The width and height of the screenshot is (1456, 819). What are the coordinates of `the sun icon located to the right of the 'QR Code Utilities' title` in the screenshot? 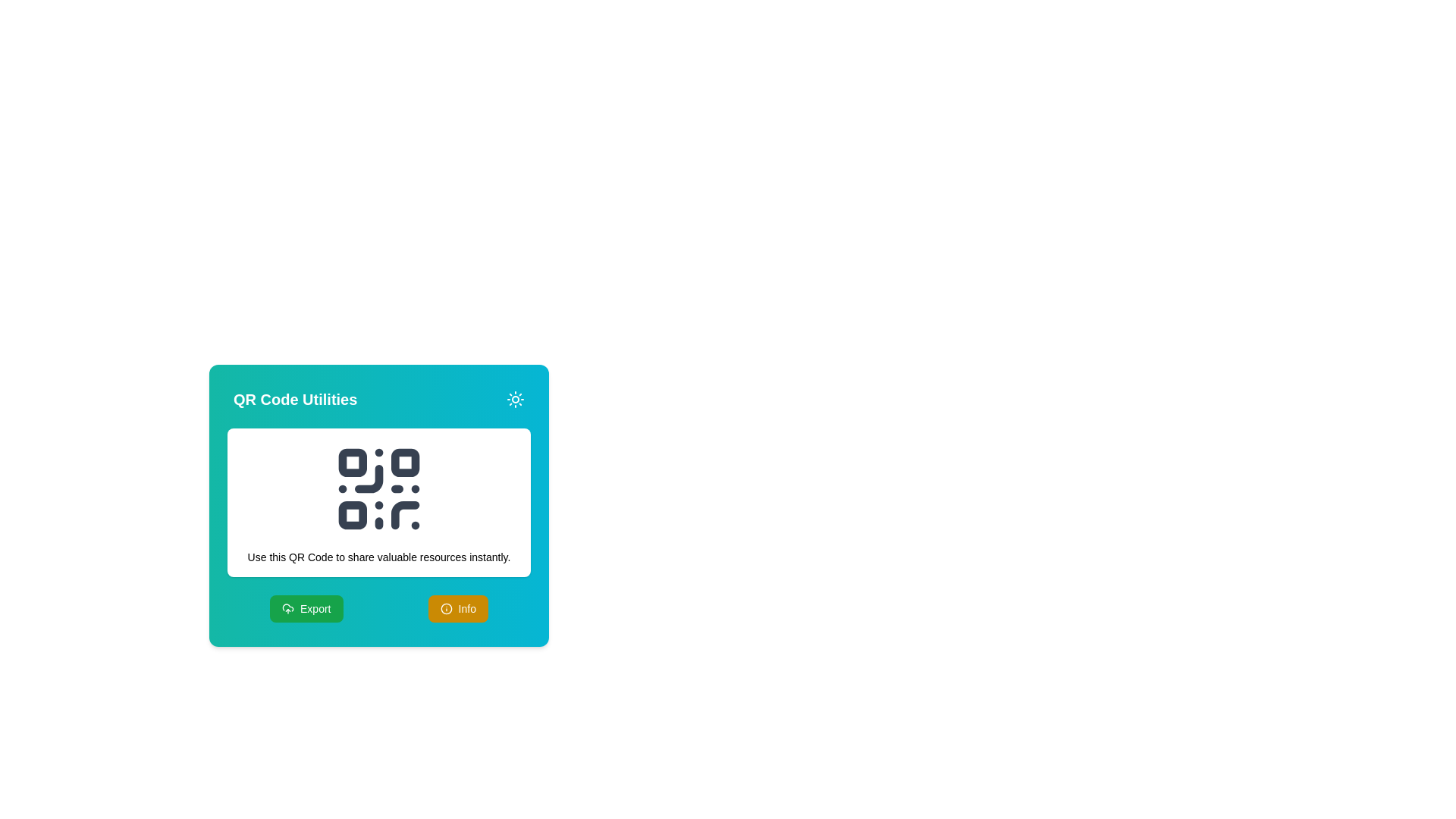 It's located at (516, 399).